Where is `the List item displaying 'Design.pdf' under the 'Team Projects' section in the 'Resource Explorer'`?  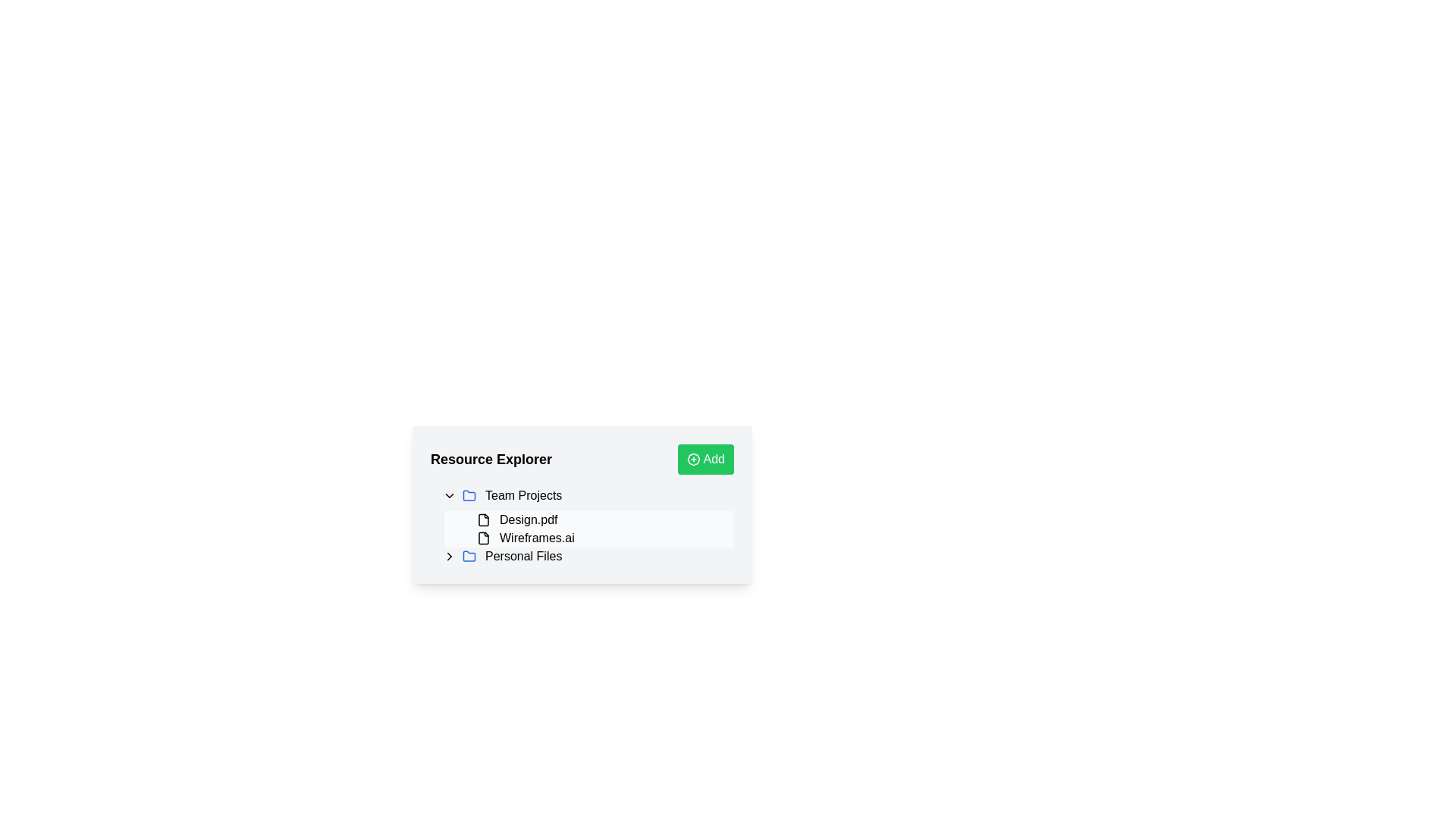 the List item displaying 'Design.pdf' under the 'Team Projects' section in the 'Resource Explorer' is located at coordinates (588, 529).